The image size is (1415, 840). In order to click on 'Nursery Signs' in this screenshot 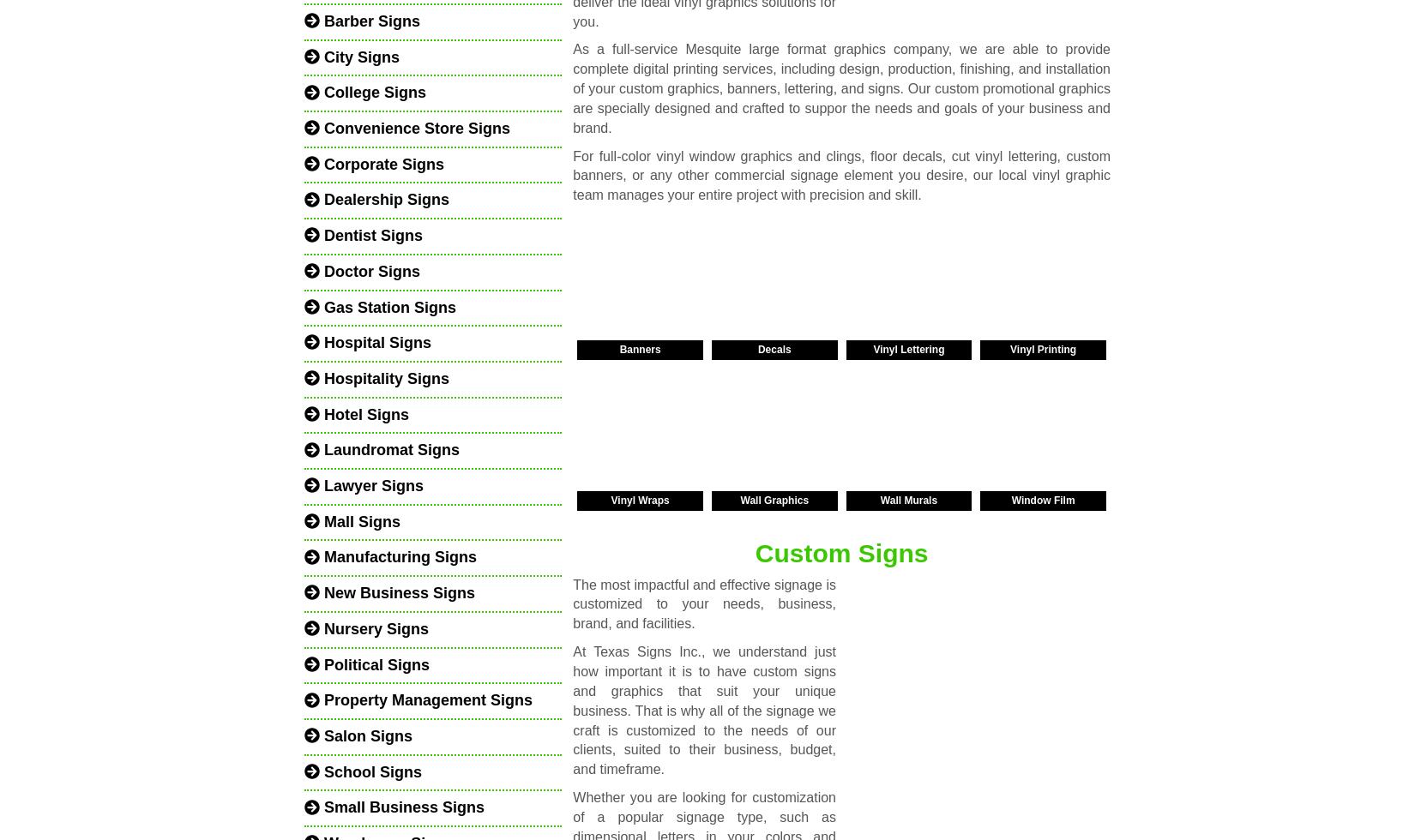, I will do `click(373, 628)`.